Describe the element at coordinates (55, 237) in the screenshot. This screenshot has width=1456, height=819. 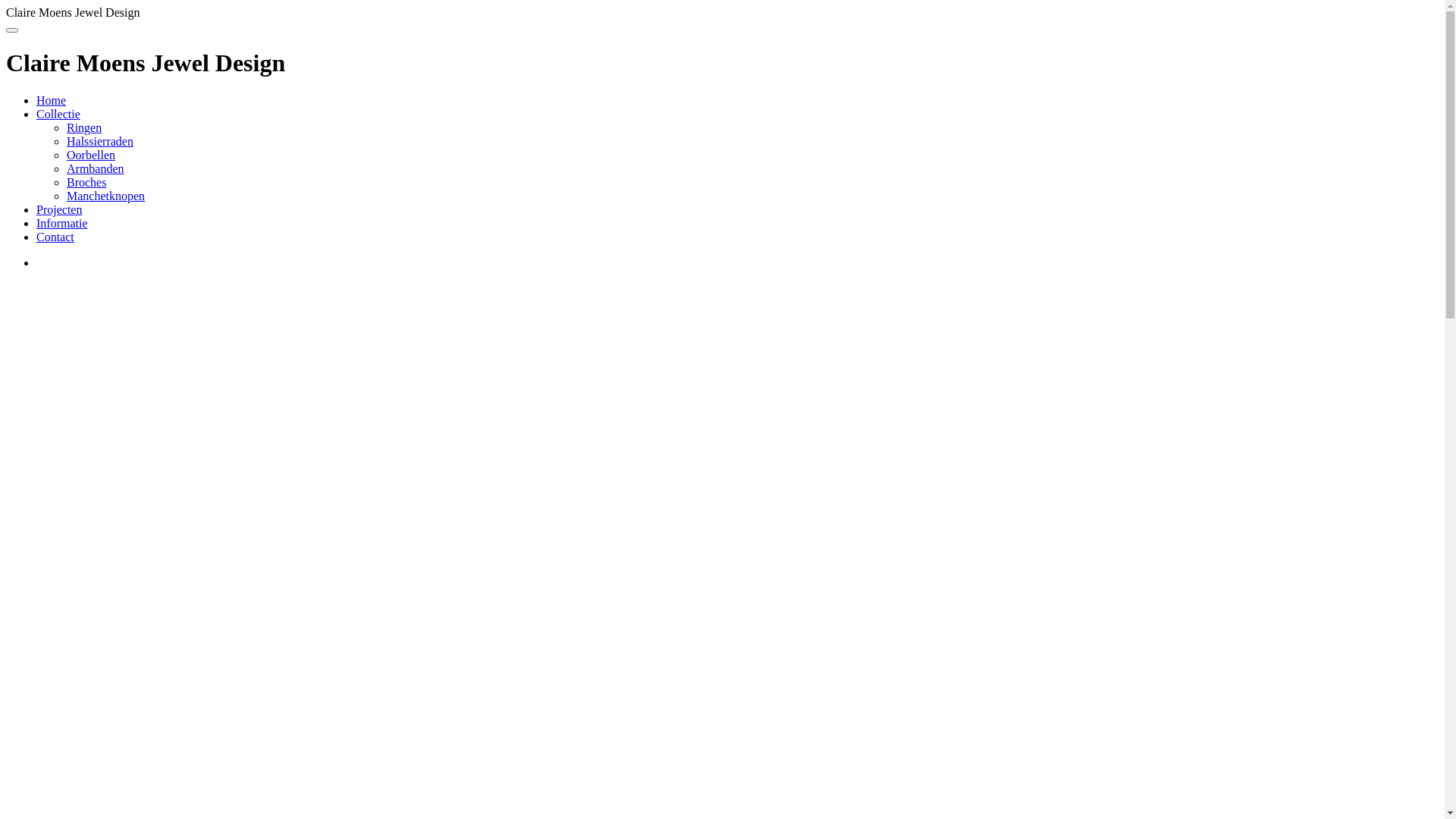
I see `'Contact'` at that location.